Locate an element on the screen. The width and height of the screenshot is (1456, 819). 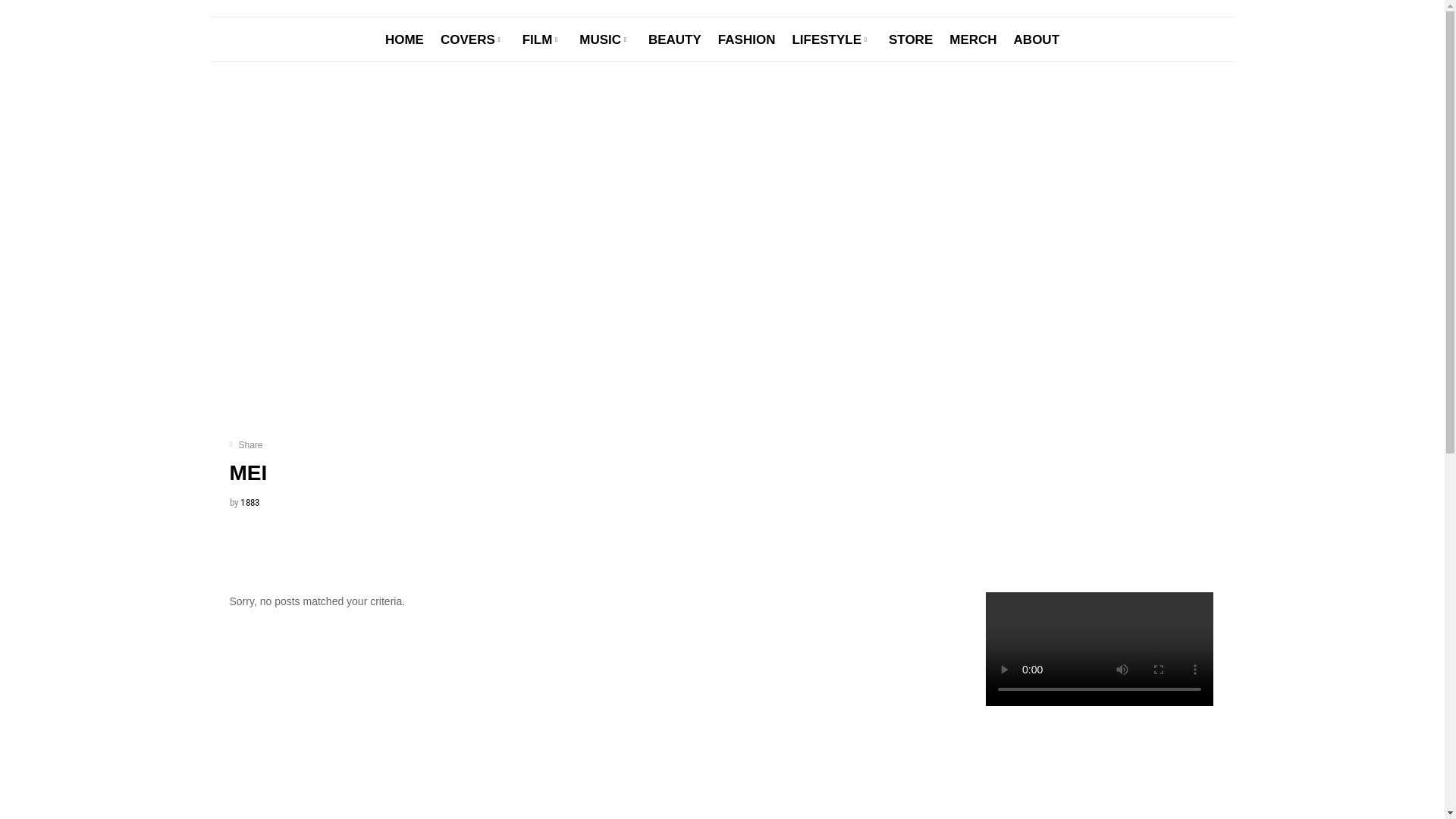
'FILM' is located at coordinates (542, 38).